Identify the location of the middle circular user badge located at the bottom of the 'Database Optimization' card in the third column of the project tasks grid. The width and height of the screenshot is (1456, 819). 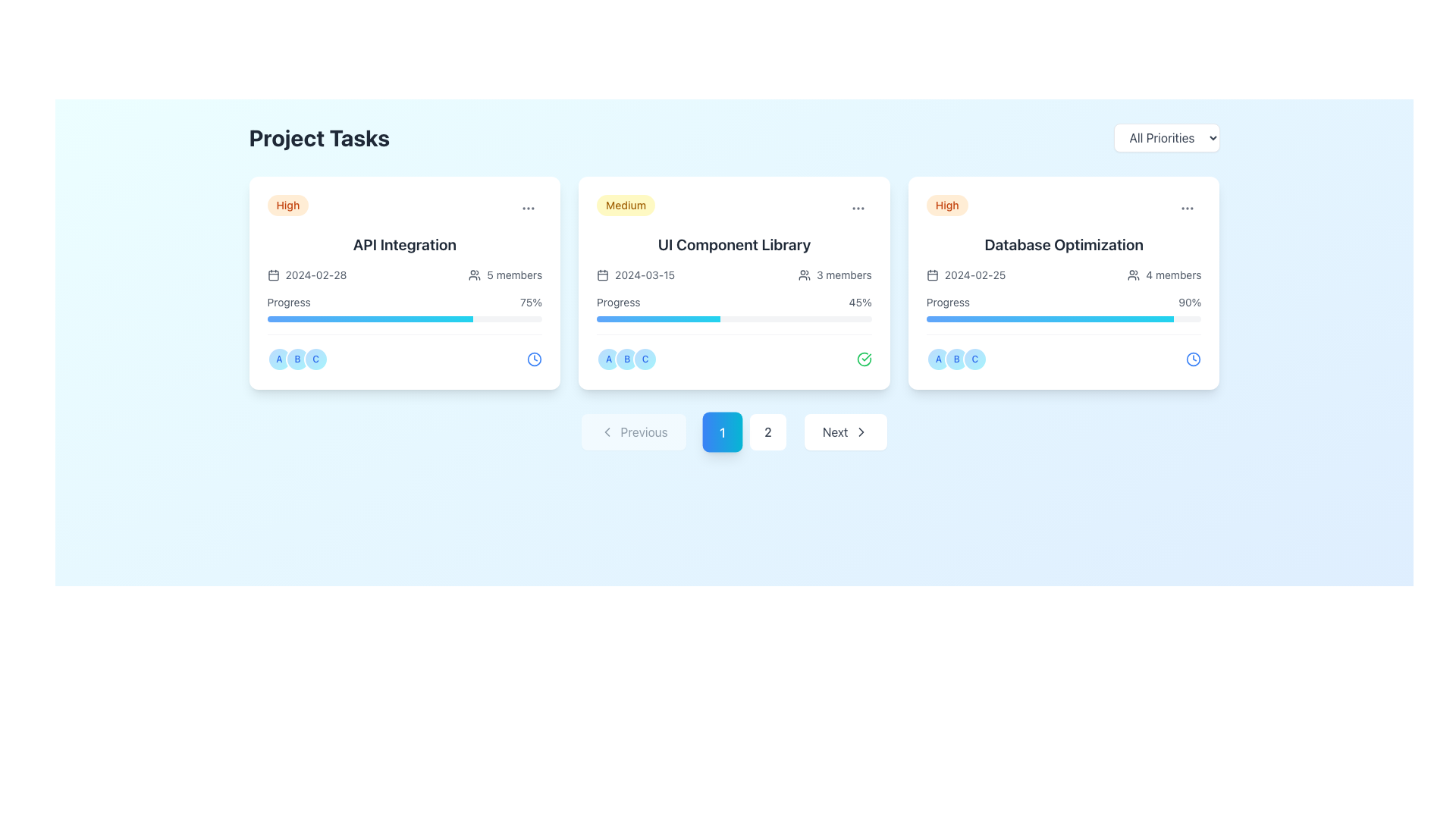
(955, 359).